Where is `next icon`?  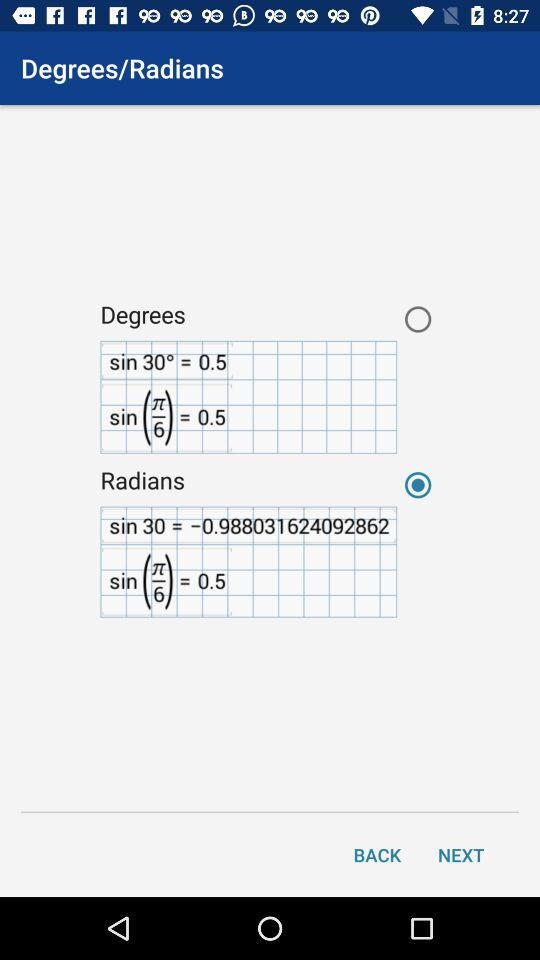
next icon is located at coordinates (461, 853).